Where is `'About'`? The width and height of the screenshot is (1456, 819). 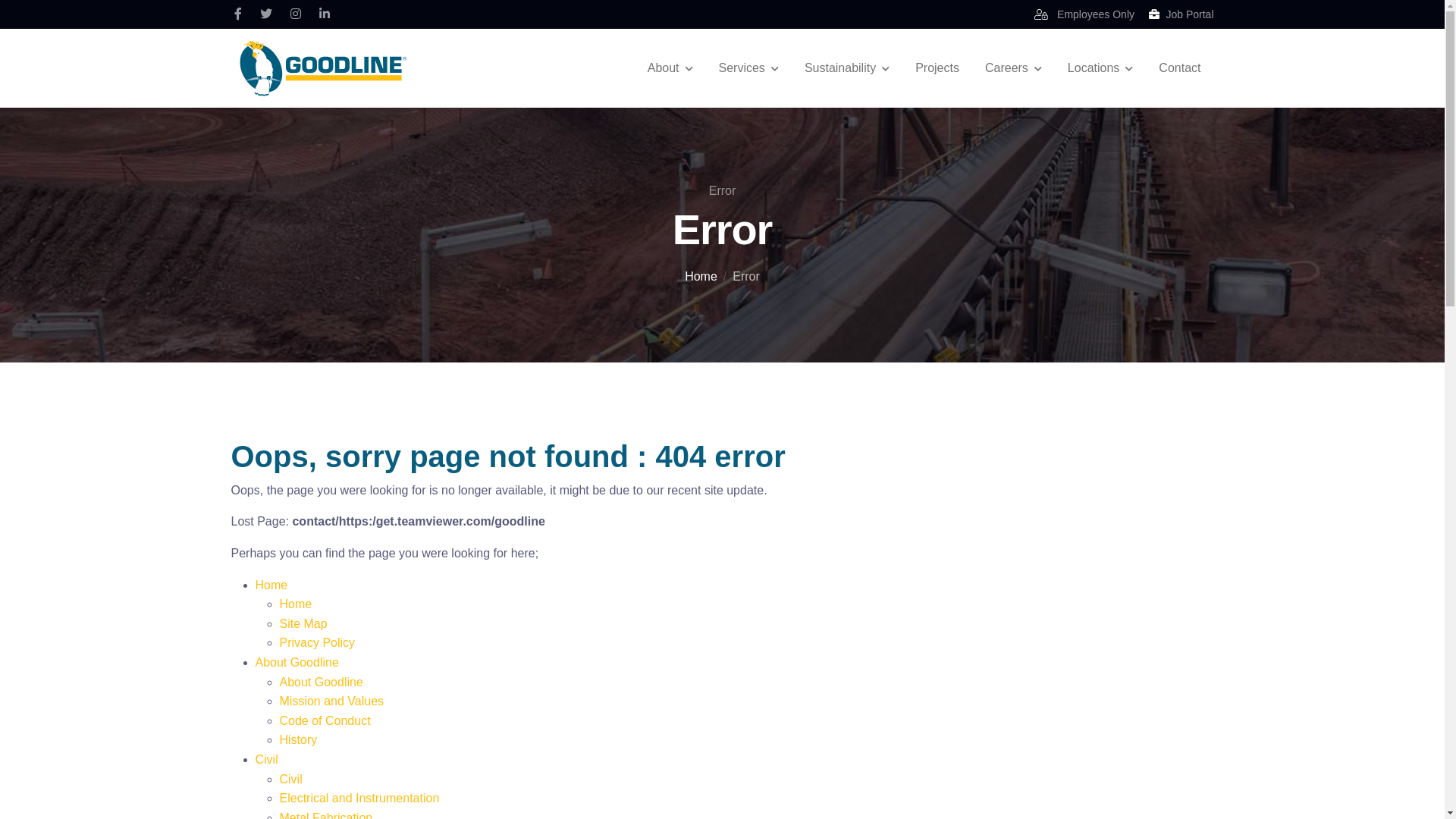 'About' is located at coordinates (669, 68).